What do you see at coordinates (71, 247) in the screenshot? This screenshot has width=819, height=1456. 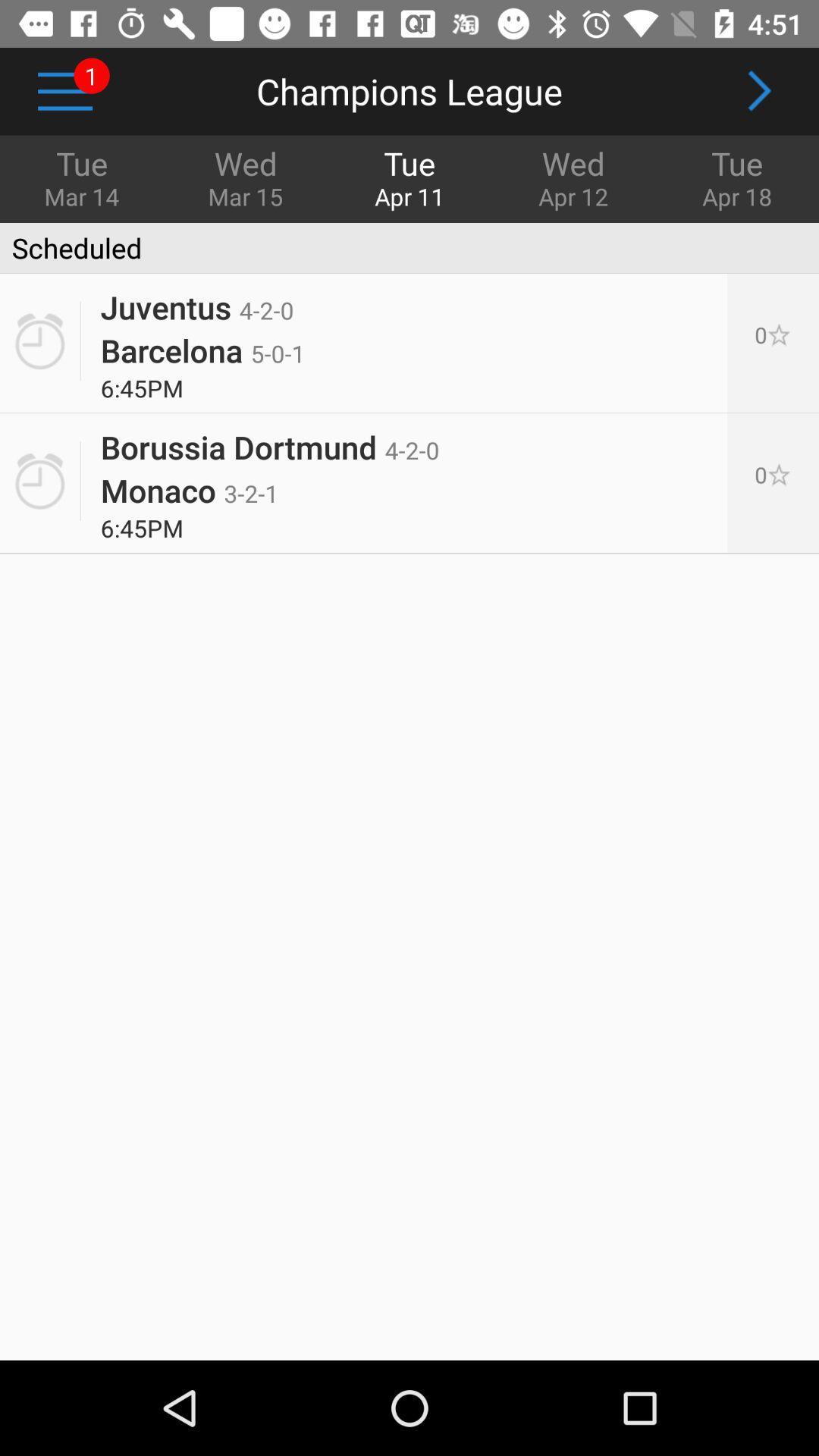 I see `item above juventus 4 2 icon` at bounding box center [71, 247].